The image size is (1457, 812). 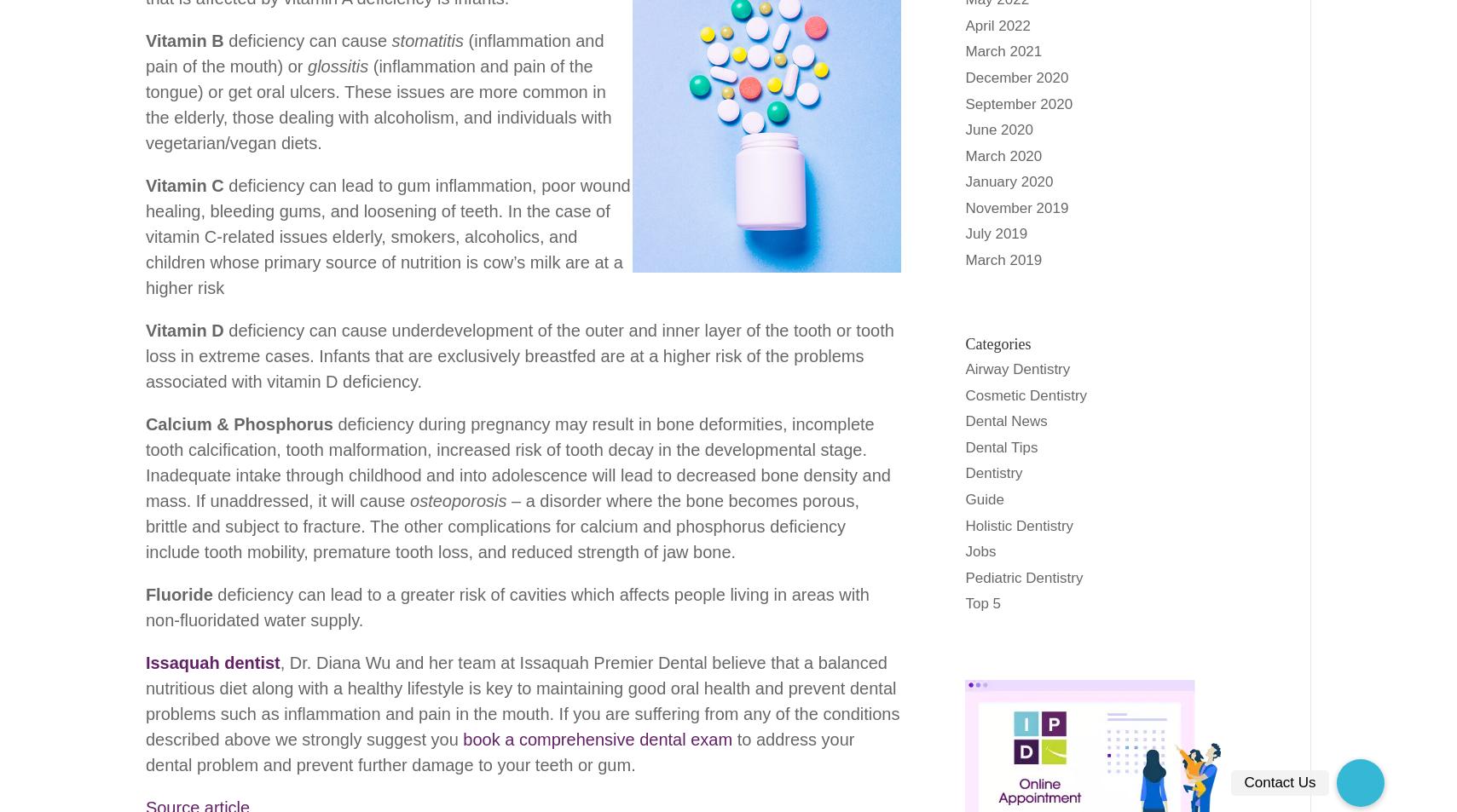 What do you see at coordinates (377, 102) in the screenshot?
I see `'(inflammation and pain of the tongue) or get oral ulcers. These issues are more common in the elderly, those dealing with alcoholism, and individuals with vegetarian/vegan diets.'` at bounding box center [377, 102].